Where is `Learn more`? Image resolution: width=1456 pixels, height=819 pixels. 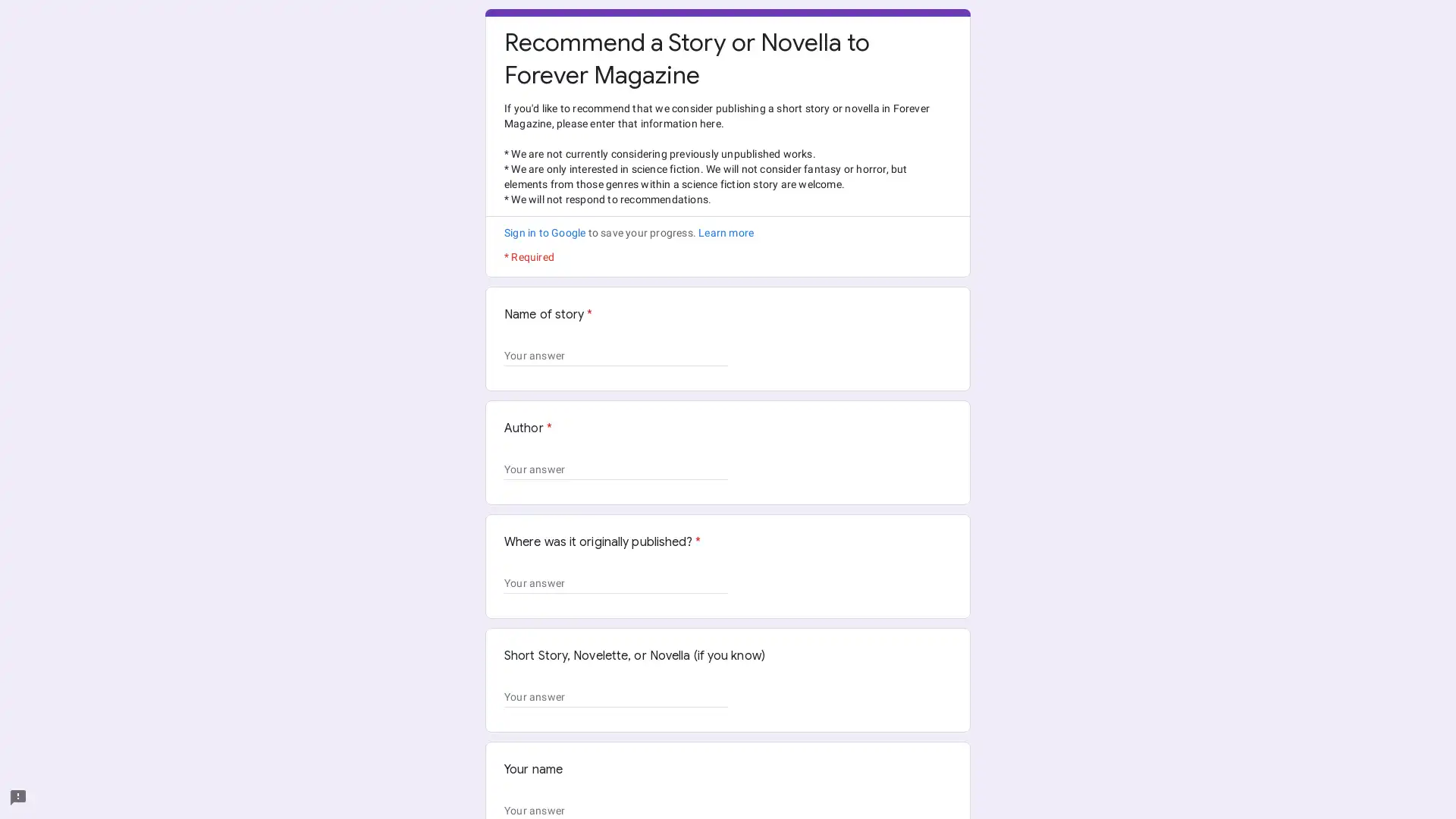
Learn more is located at coordinates (725, 233).